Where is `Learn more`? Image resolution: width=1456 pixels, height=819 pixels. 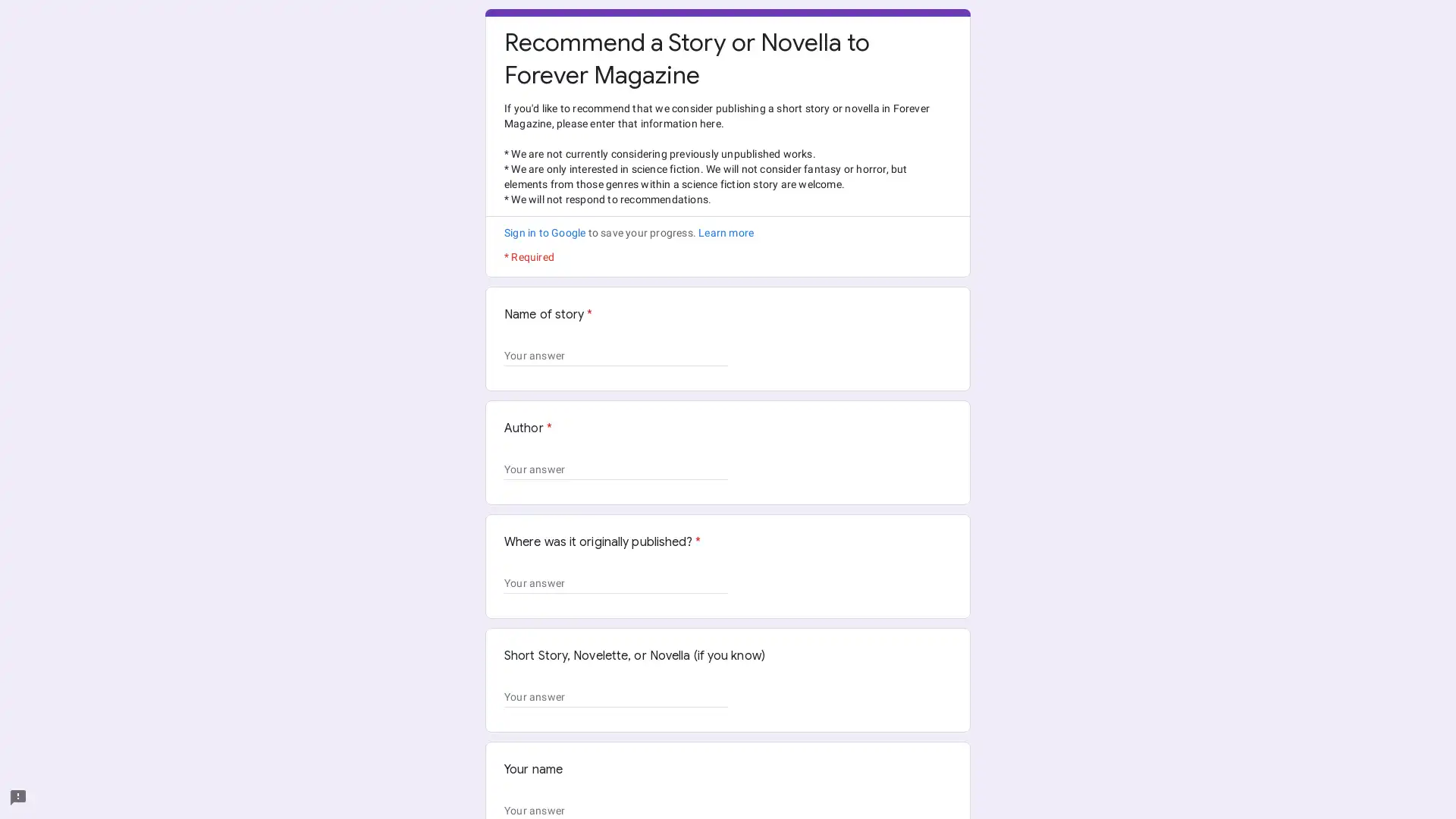
Learn more is located at coordinates (725, 233).